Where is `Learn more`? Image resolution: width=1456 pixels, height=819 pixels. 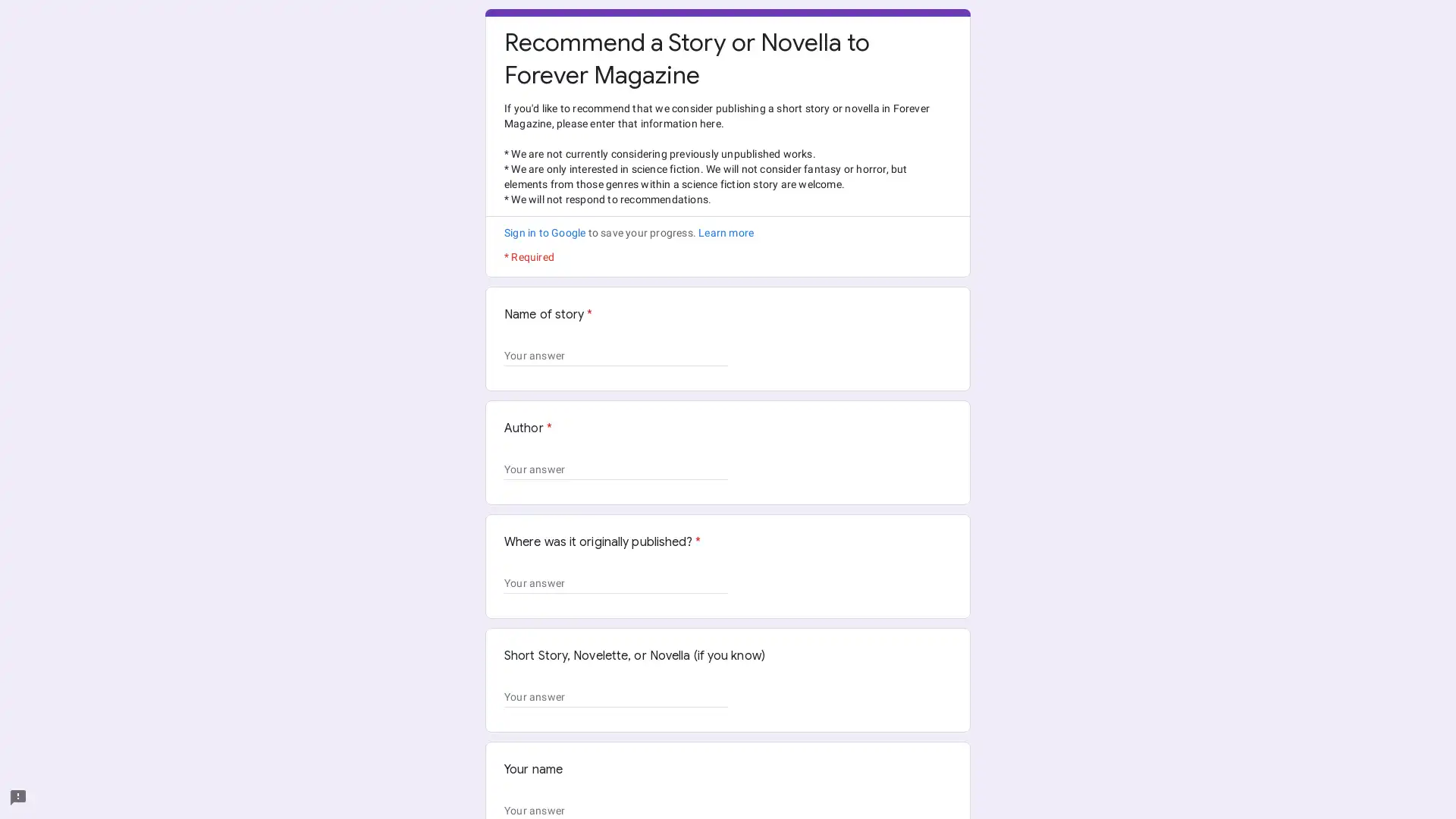
Learn more is located at coordinates (725, 233).